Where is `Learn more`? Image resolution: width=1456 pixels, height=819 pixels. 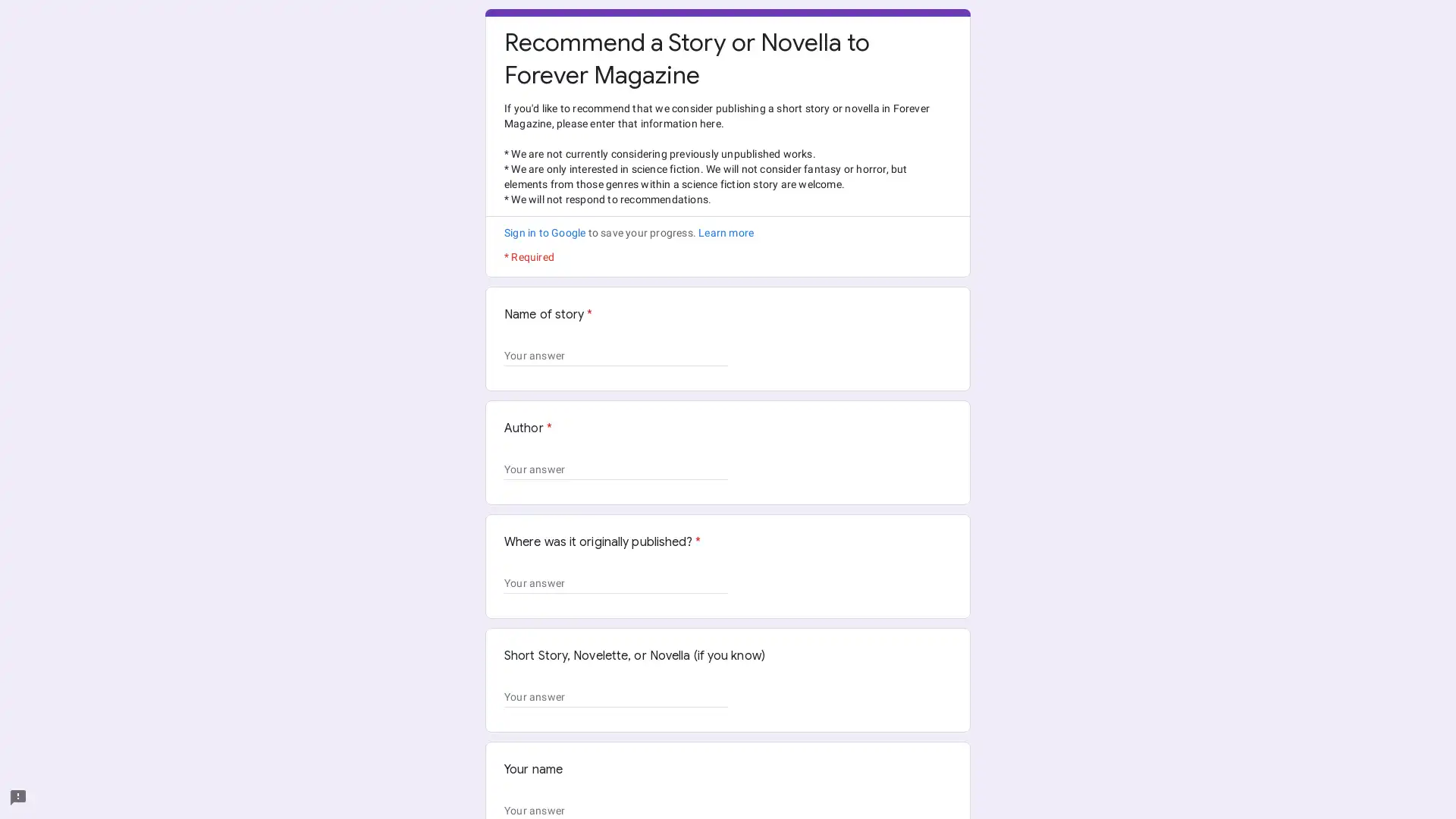
Learn more is located at coordinates (725, 233).